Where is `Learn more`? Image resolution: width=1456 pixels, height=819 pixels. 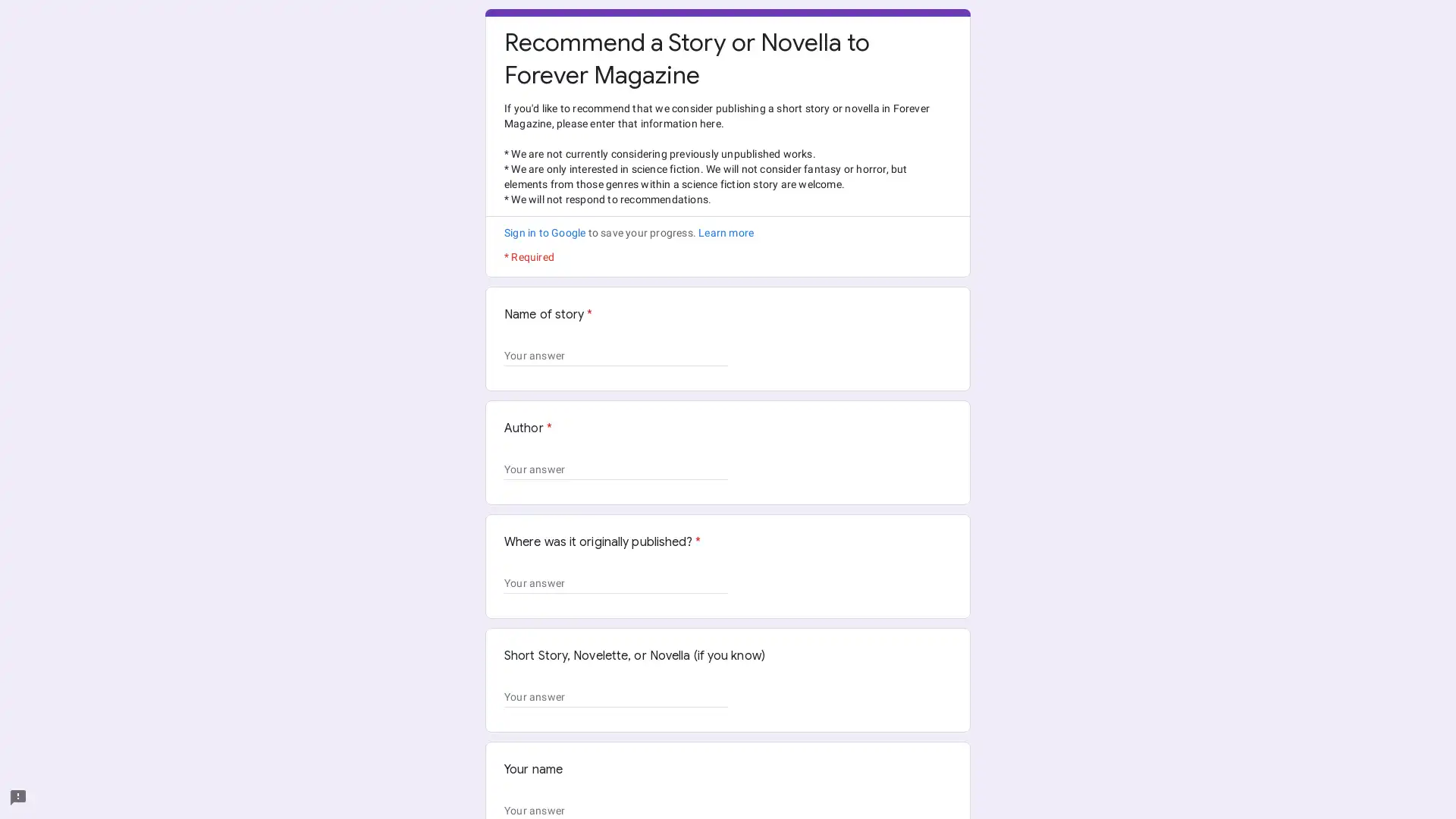
Learn more is located at coordinates (725, 233).